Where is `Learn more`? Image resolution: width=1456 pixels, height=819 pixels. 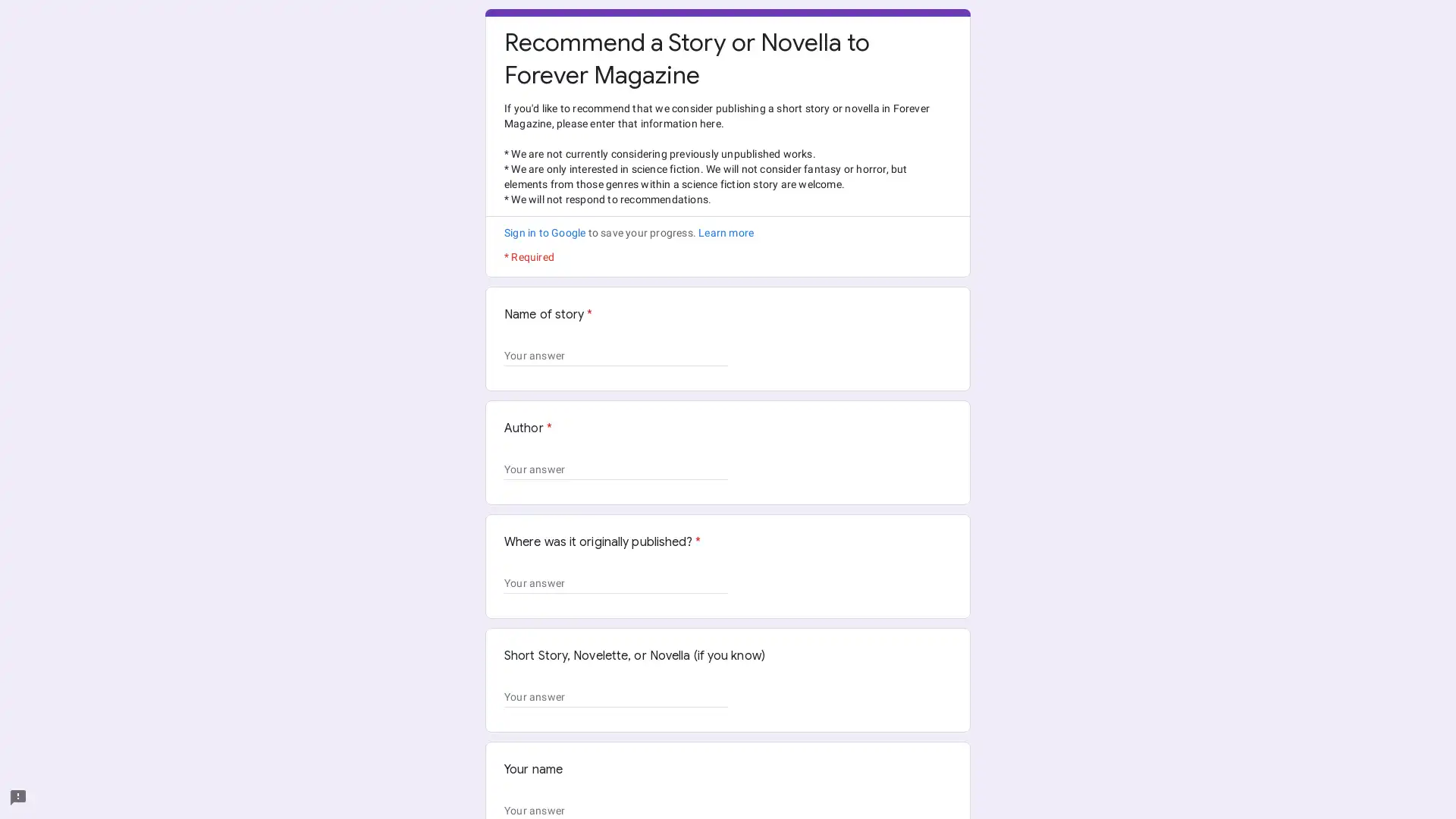
Learn more is located at coordinates (725, 233).